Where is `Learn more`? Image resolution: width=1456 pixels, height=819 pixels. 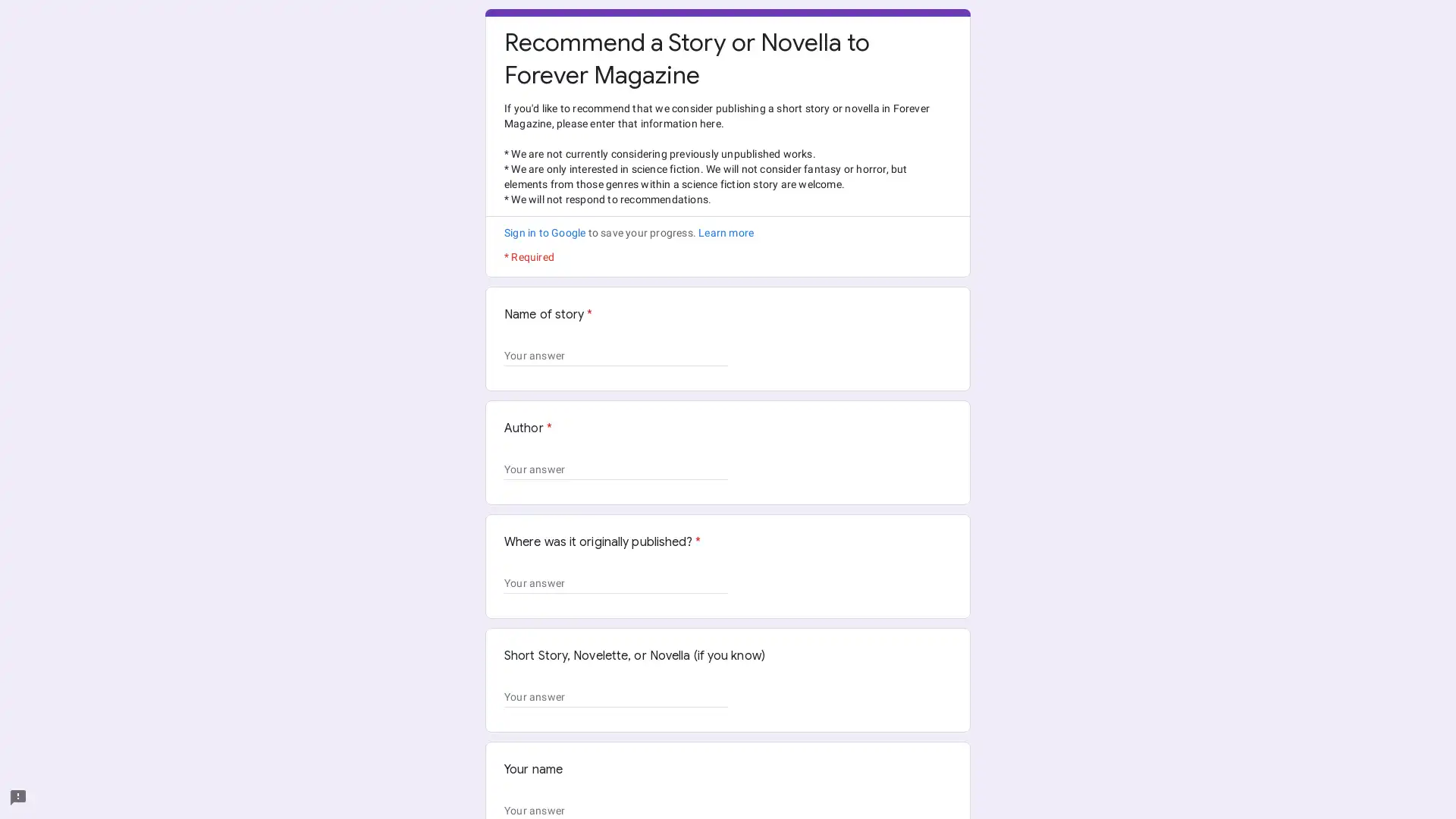
Learn more is located at coordinates (725, 233).